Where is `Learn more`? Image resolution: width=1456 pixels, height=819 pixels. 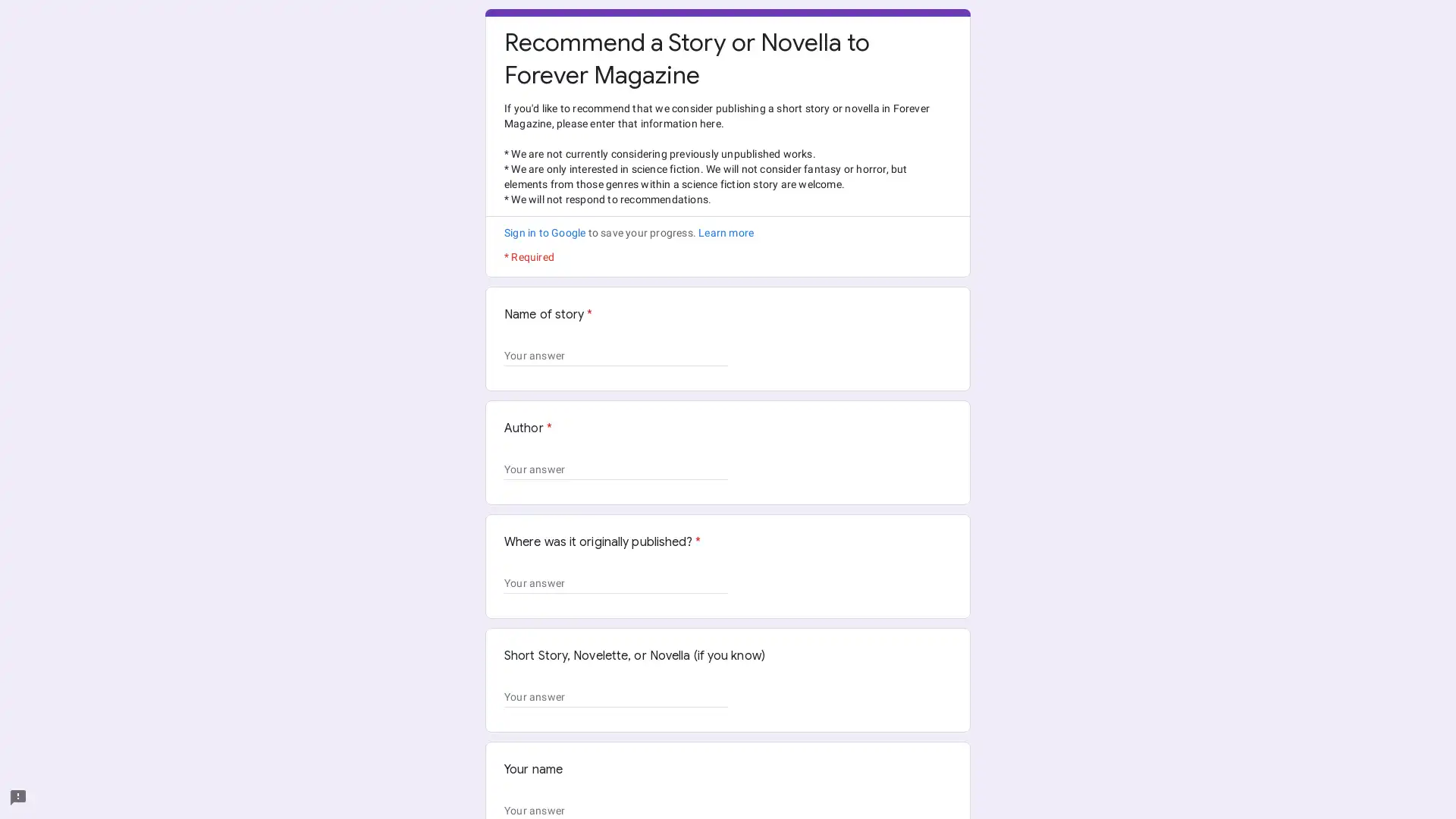
Learn more is located at coordinates (725, 233).